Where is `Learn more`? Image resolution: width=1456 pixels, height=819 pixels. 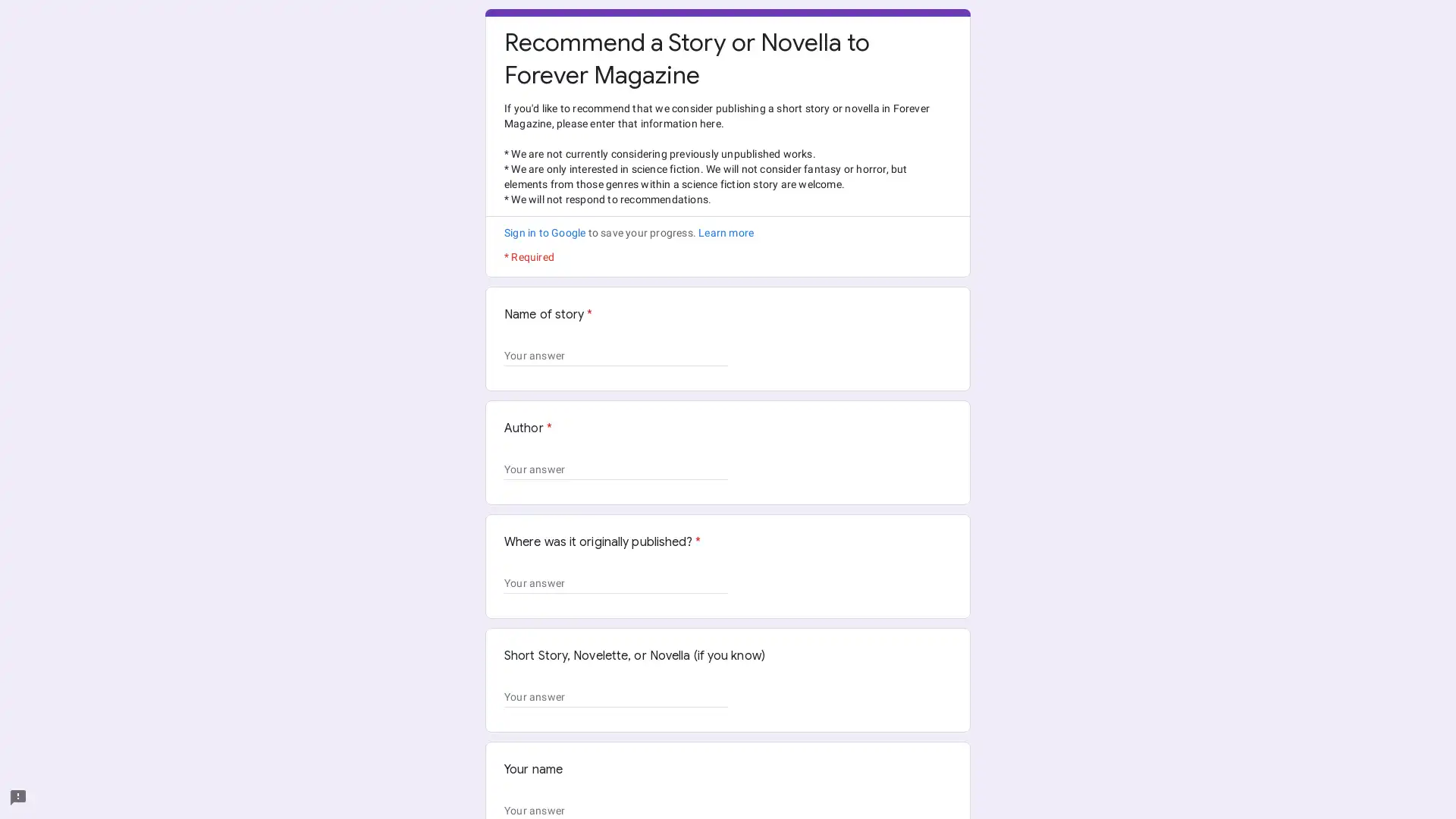
Learn more is located at coordinates (725, 233).